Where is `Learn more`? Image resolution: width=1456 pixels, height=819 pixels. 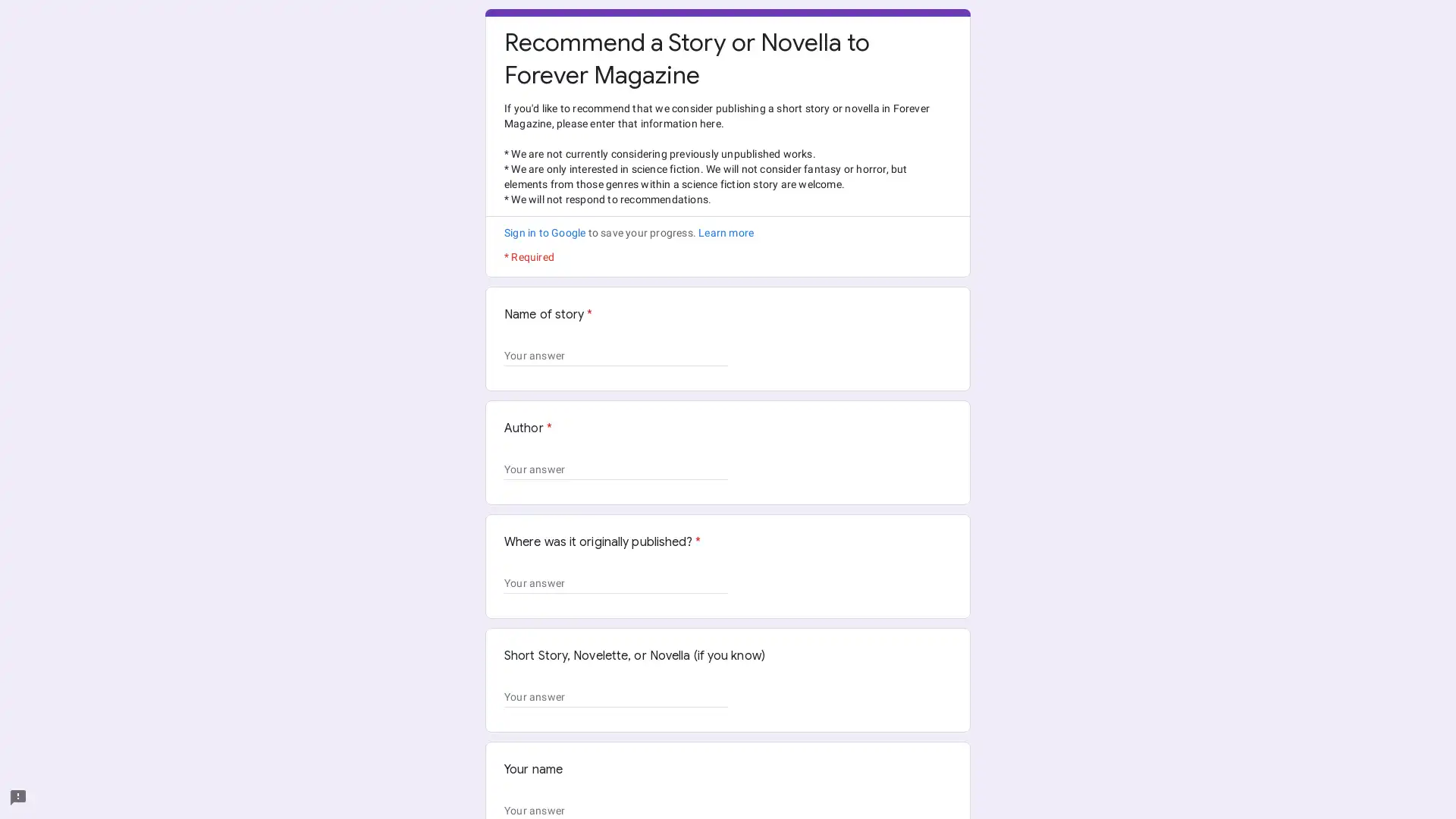
Learn more is located at coordinates (725, 233).